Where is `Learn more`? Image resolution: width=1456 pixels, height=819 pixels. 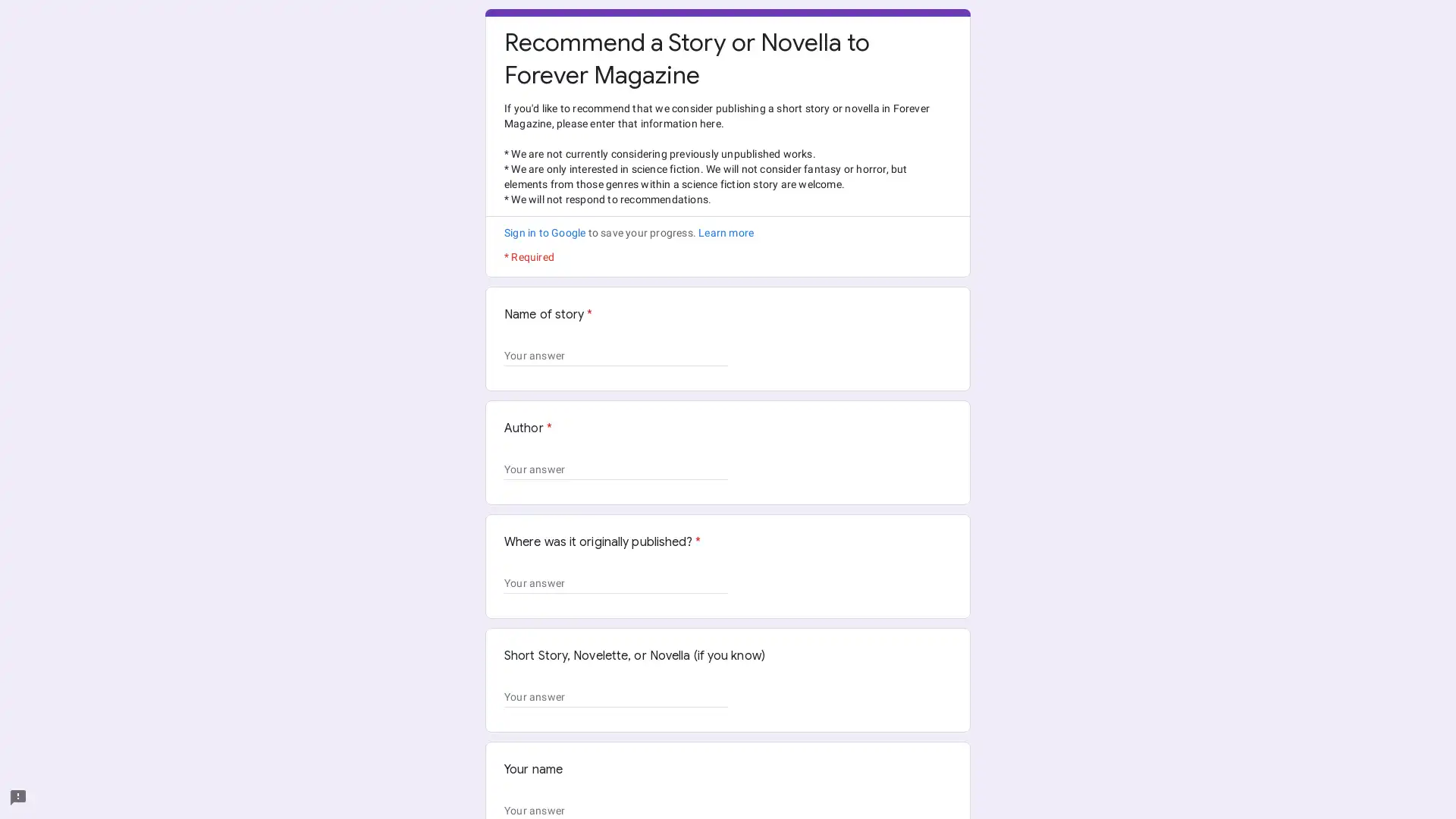
Learn more is located at coordinates (725, 233).